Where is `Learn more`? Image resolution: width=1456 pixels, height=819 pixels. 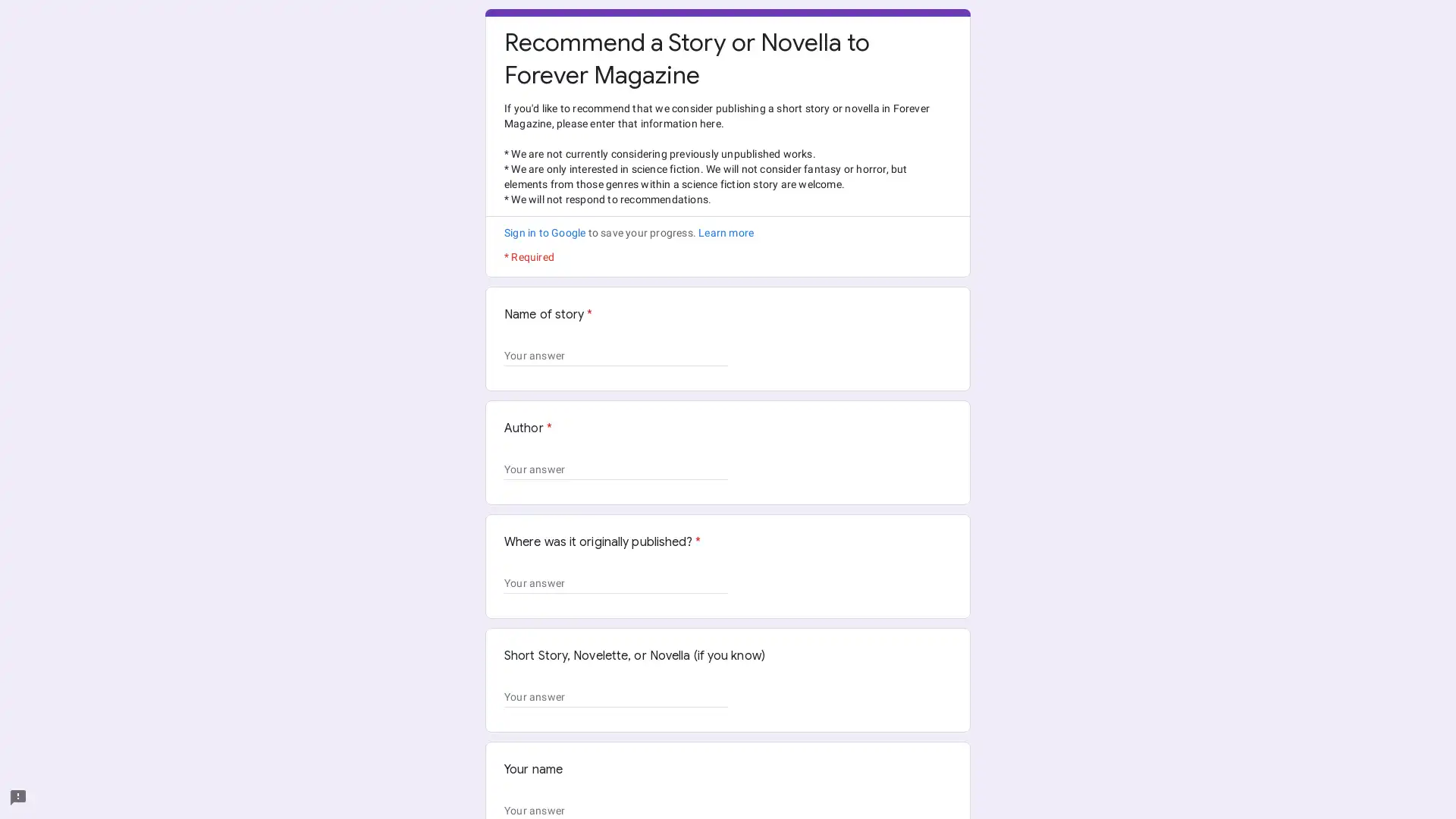
Learn more is located at coordinates (725, 233).